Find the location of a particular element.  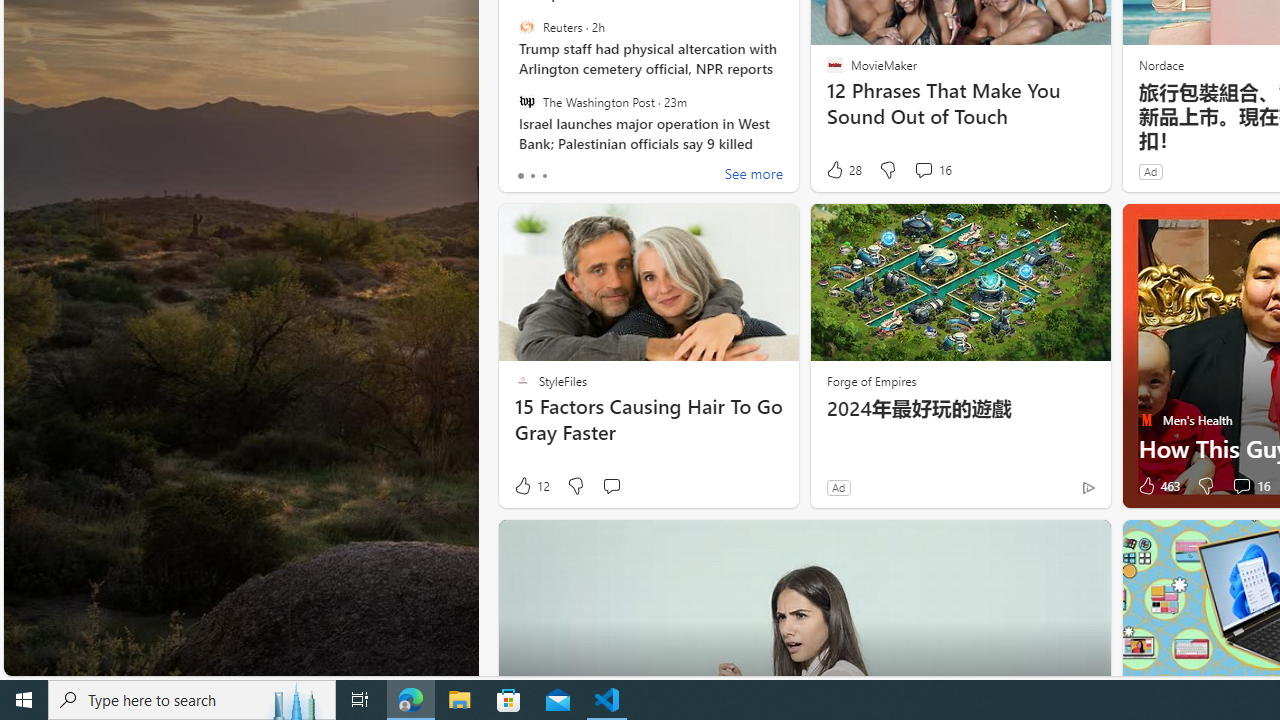

'463 Like' is located at coordinates (1157, 486).